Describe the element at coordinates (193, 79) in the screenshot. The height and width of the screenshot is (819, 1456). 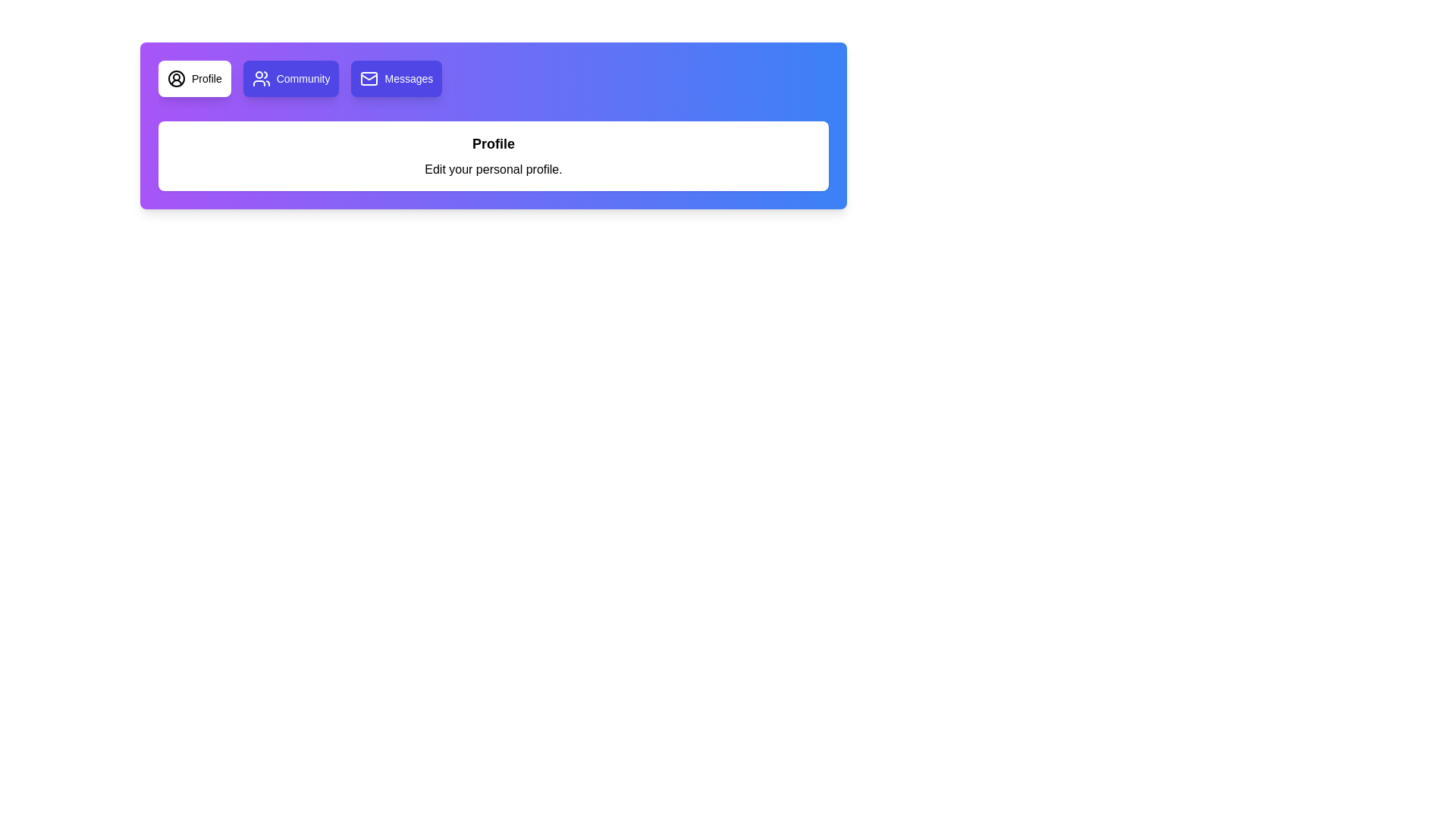
I see `the Profile tab to preview its visual effects` at that location.